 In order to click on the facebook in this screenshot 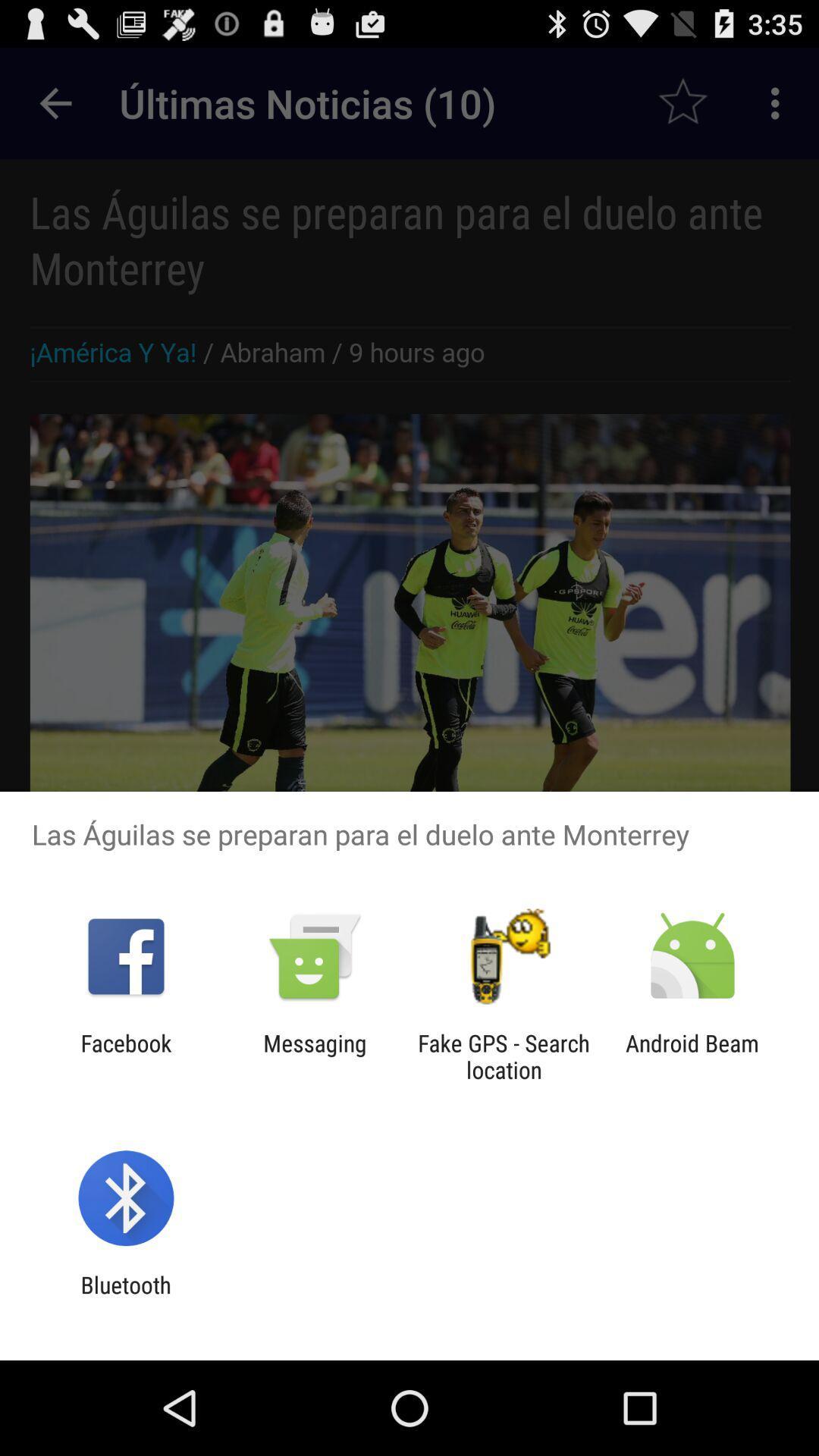, I will do `click(125, 1056)`.